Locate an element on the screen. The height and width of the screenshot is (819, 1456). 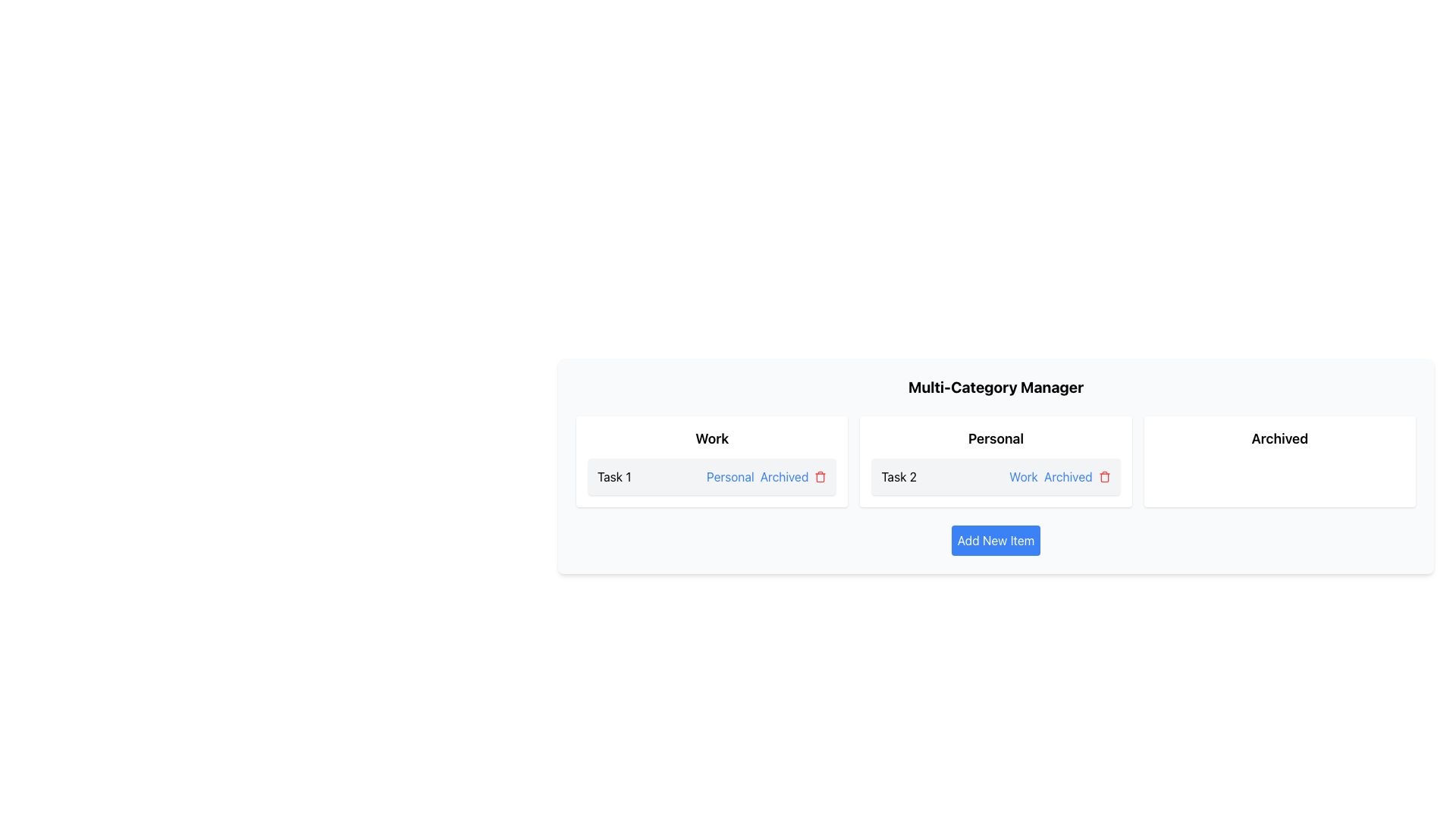
the delete icon in the 'Personal' section next to 'Archived' is located at coordinates (1104, 475).